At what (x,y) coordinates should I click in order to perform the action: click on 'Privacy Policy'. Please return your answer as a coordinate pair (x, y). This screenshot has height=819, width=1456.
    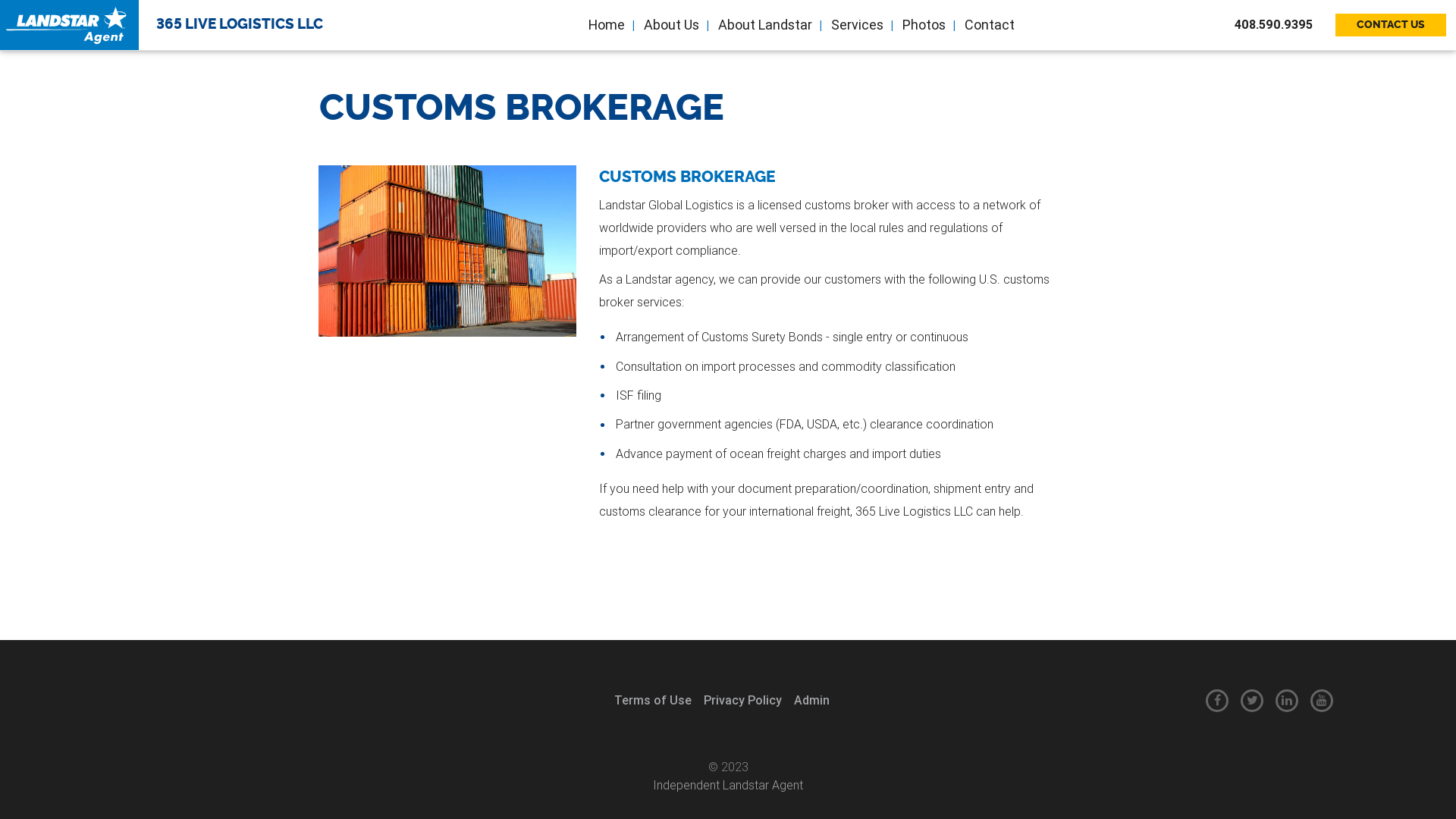
    Looking at the image, I should click on (742, 701).